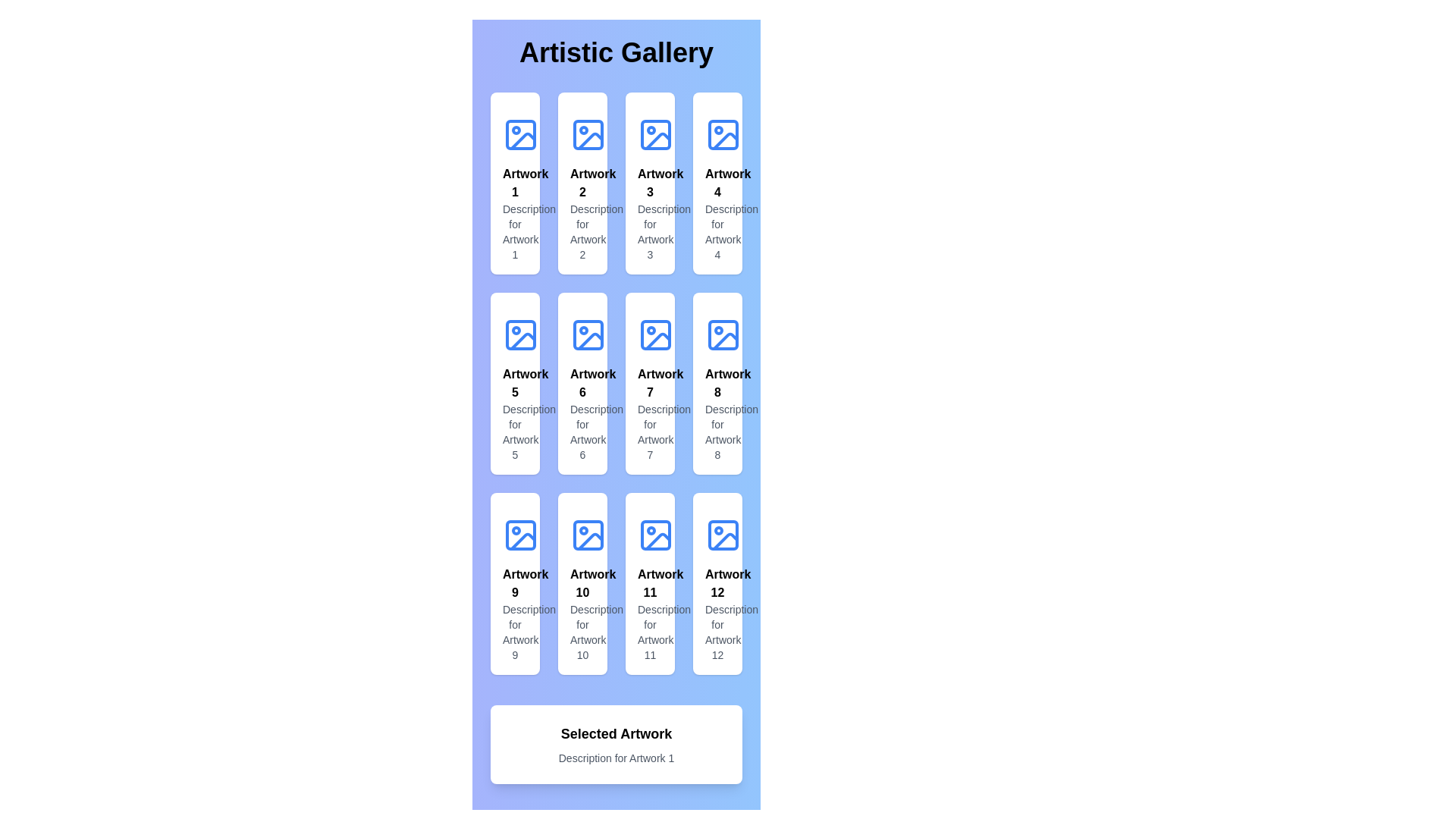 This screenshot has width=1456, height=819. What do you see at coordinates (717, 382) in the screenshot?
I see `the Card UI component representing an artwork entry in the second row, fourth column of the grid layout` at bounding box center [717, 382].